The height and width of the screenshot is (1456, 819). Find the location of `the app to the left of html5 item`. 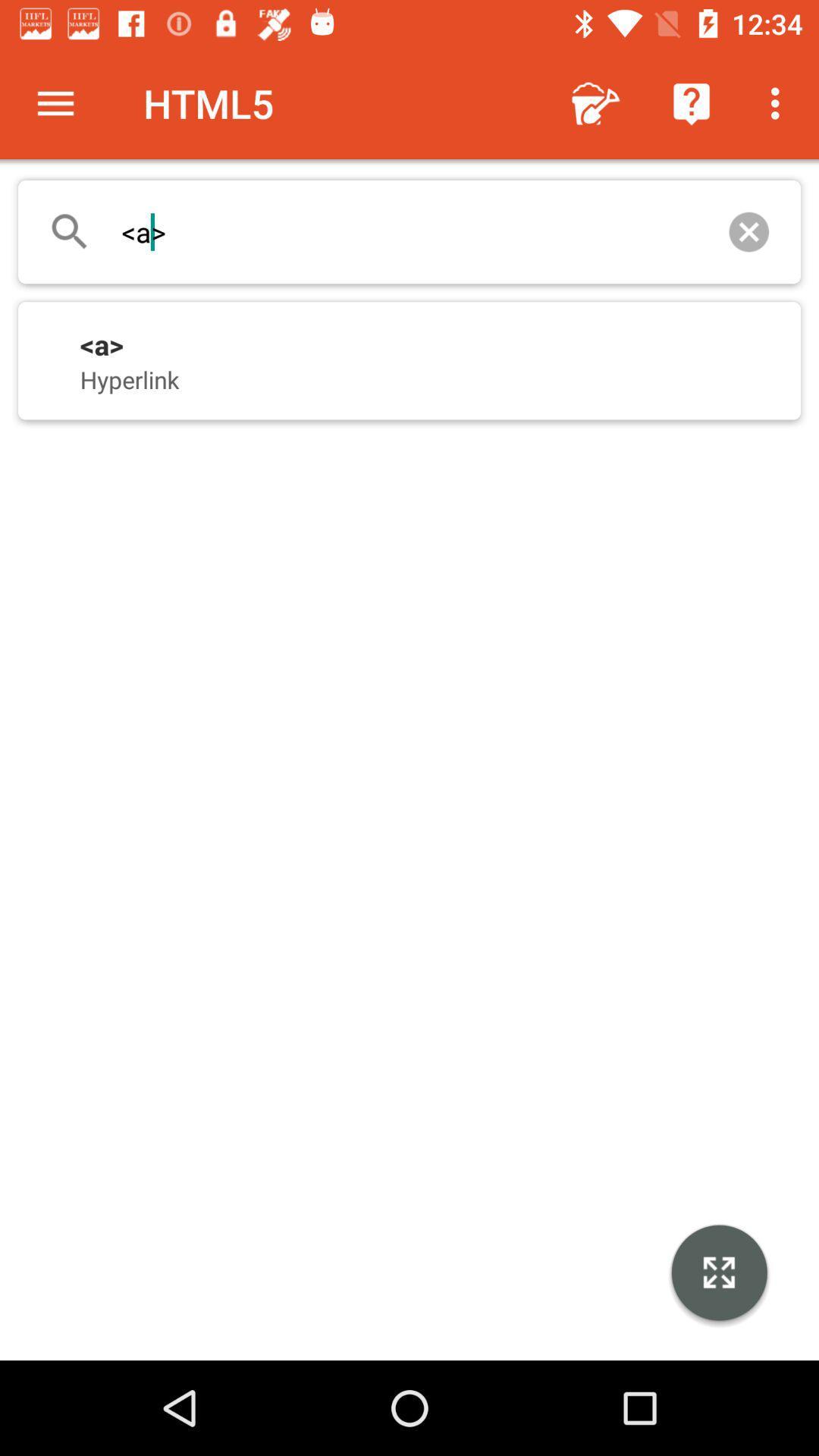

the app to the left of html5 item is located at coordinates (55, 102).